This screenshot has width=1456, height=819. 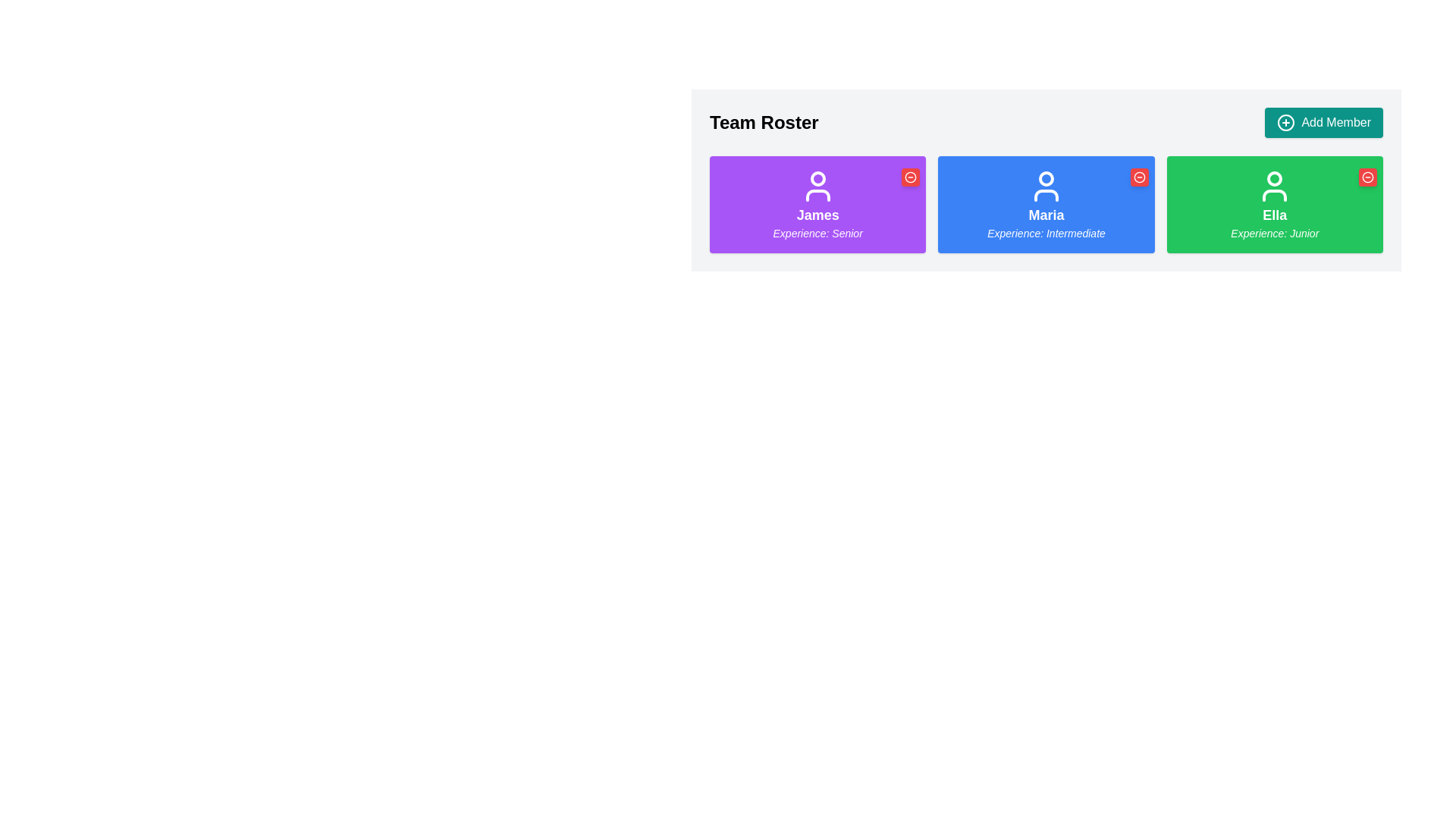 I want to click on the static text label displaying 'Team Roster', which is styled in bold black font and positioned at the top left of the main content area, so click(x=764, y=122).